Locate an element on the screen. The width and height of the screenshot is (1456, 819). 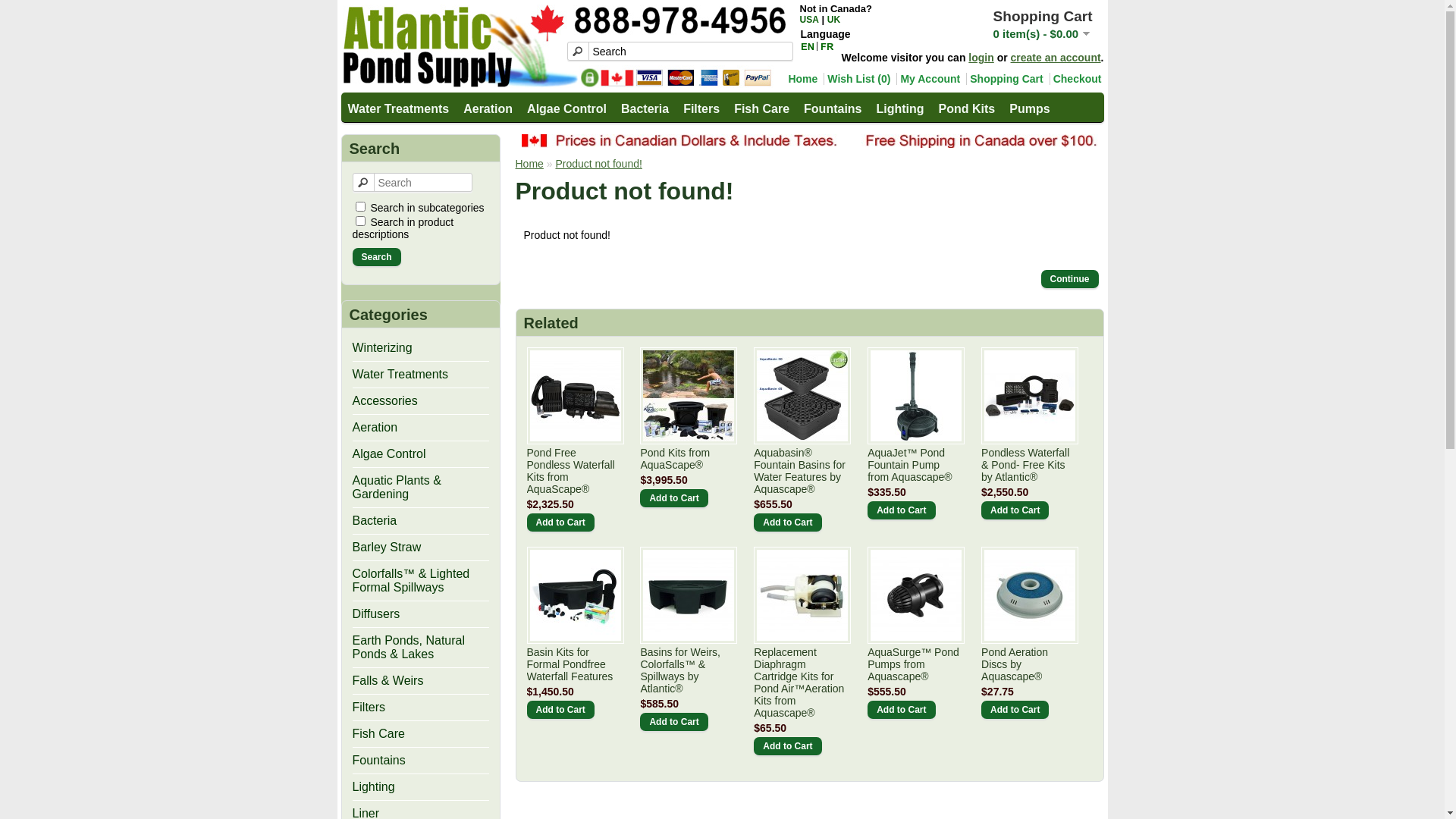
'Wish List (0)' is located at coordinates (856, 79).